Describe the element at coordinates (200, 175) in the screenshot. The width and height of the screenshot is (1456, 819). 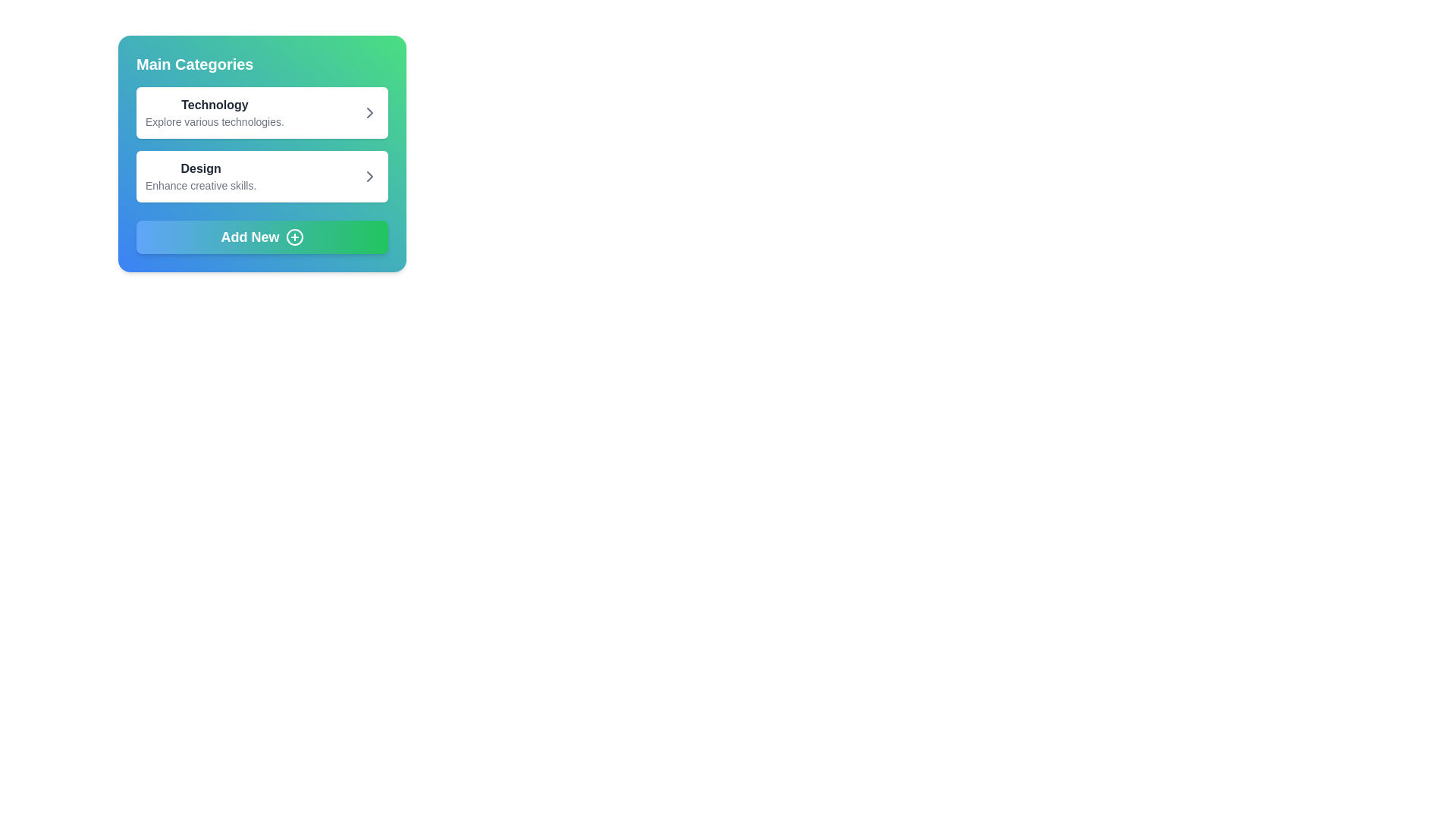
I see `the text block containing the title 'Design' and subtitle 'Enhance creative skills.' which is the second item in the list of 'Main Categories'` at that location.